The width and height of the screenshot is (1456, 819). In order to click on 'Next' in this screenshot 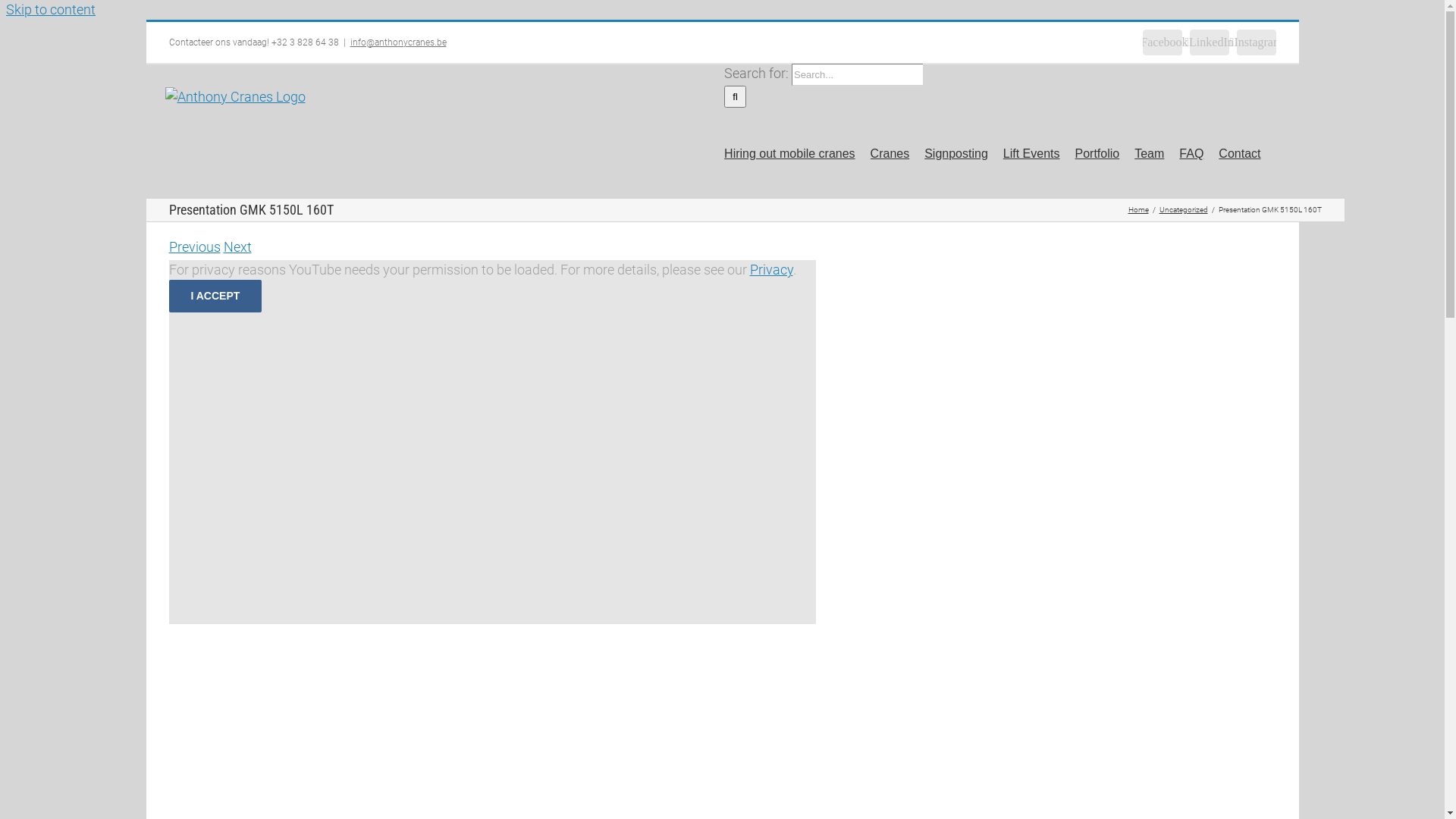, I will do `click(236, 246)`.